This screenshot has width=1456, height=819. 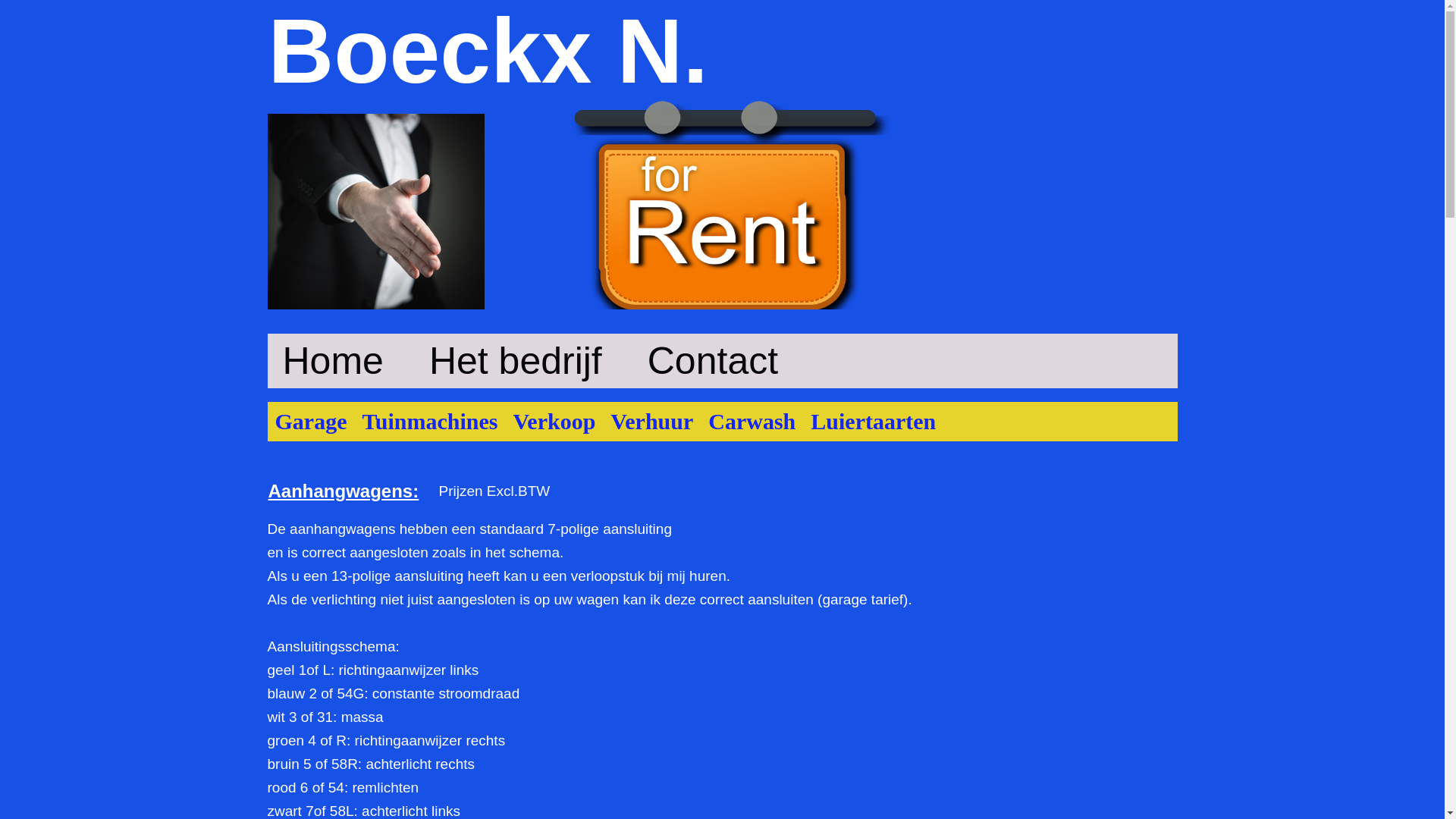 What do you see at coordinates (712, 360) in the screenshot?
I see `'Contact'` at bounding box center [712, 360].